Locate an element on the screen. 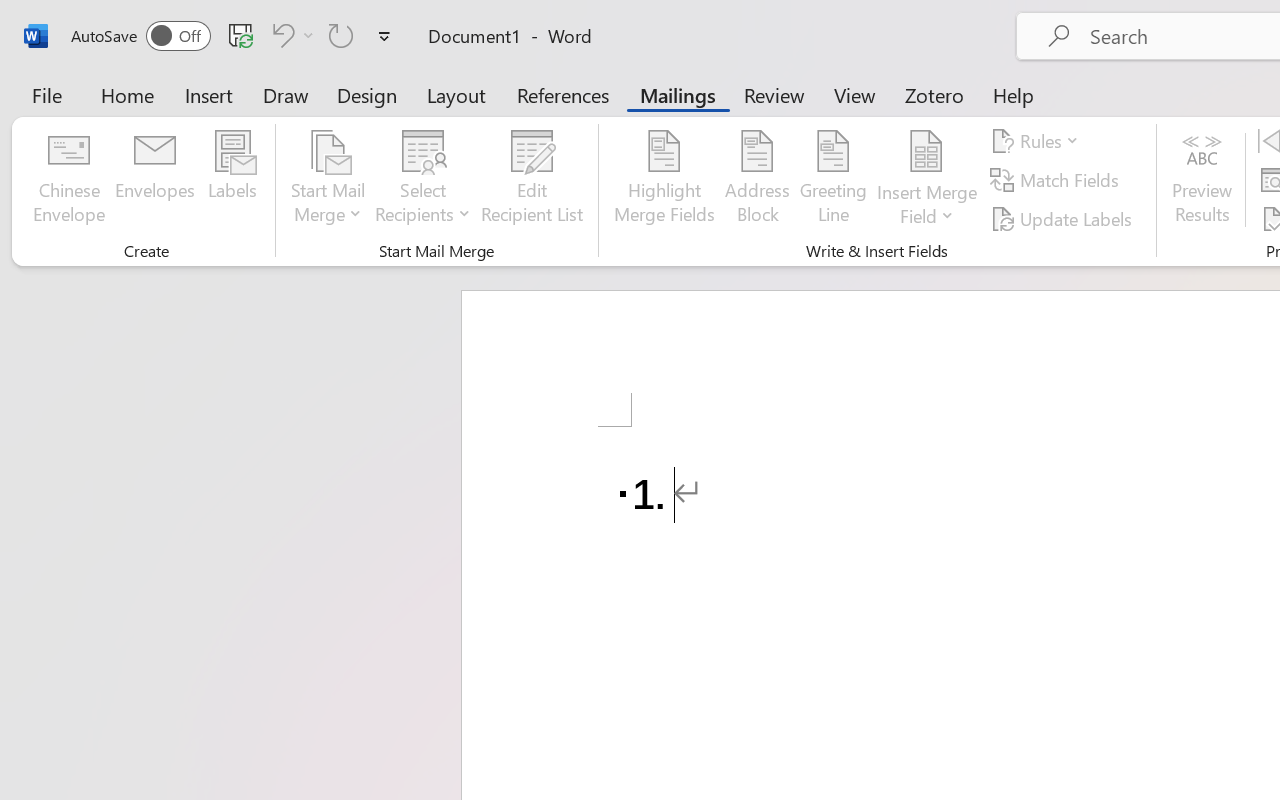 The width and height of the screenshot is (1280, 800). 'Labels...' is located at coordinates (232, 179).